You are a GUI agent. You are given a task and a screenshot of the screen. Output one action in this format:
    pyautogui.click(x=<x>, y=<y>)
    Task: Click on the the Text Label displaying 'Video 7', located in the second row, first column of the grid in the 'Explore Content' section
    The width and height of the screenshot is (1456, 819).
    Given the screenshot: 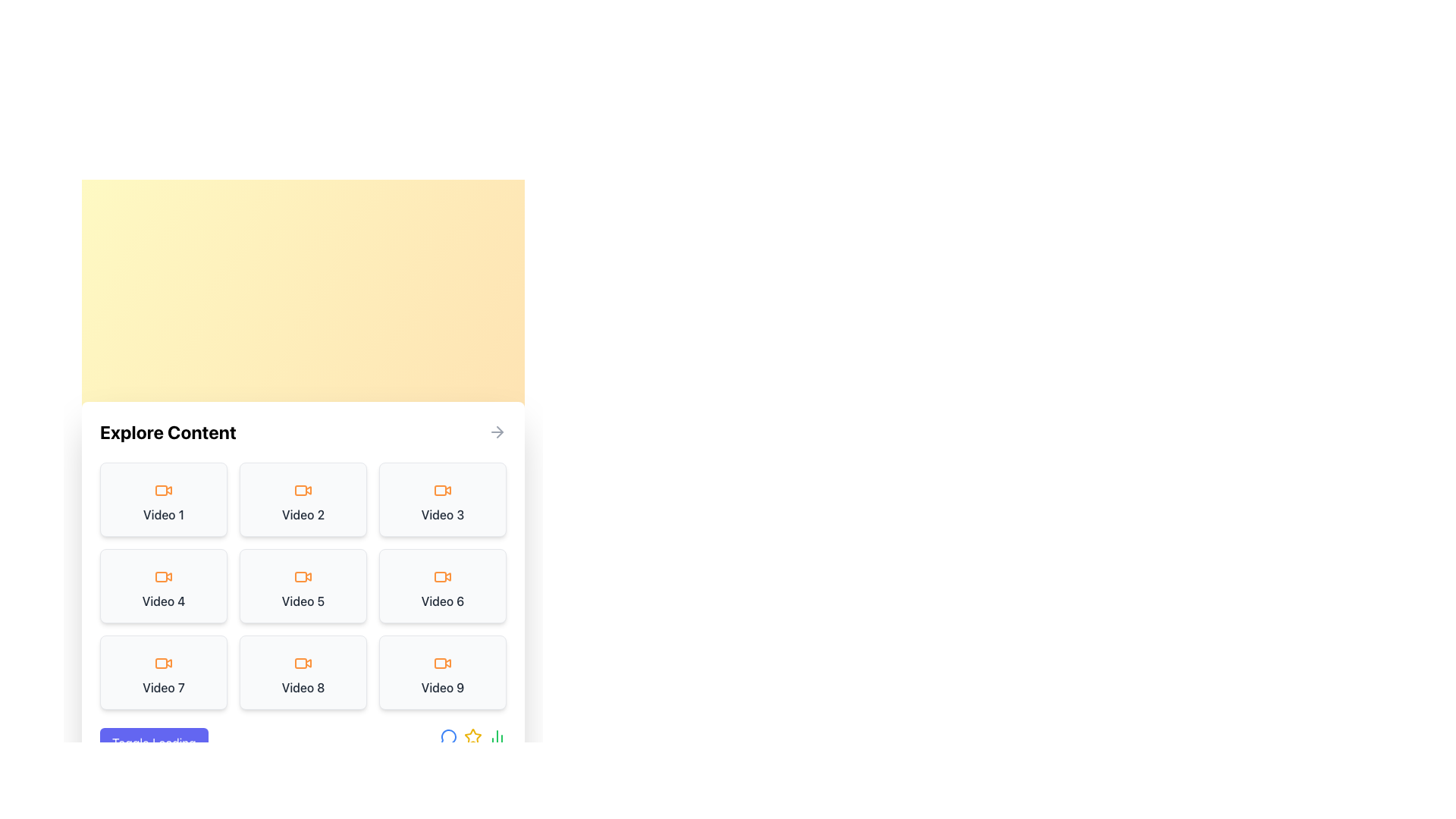 What is the action you would take?
    pyautogui.click(x=164, y=687)
    